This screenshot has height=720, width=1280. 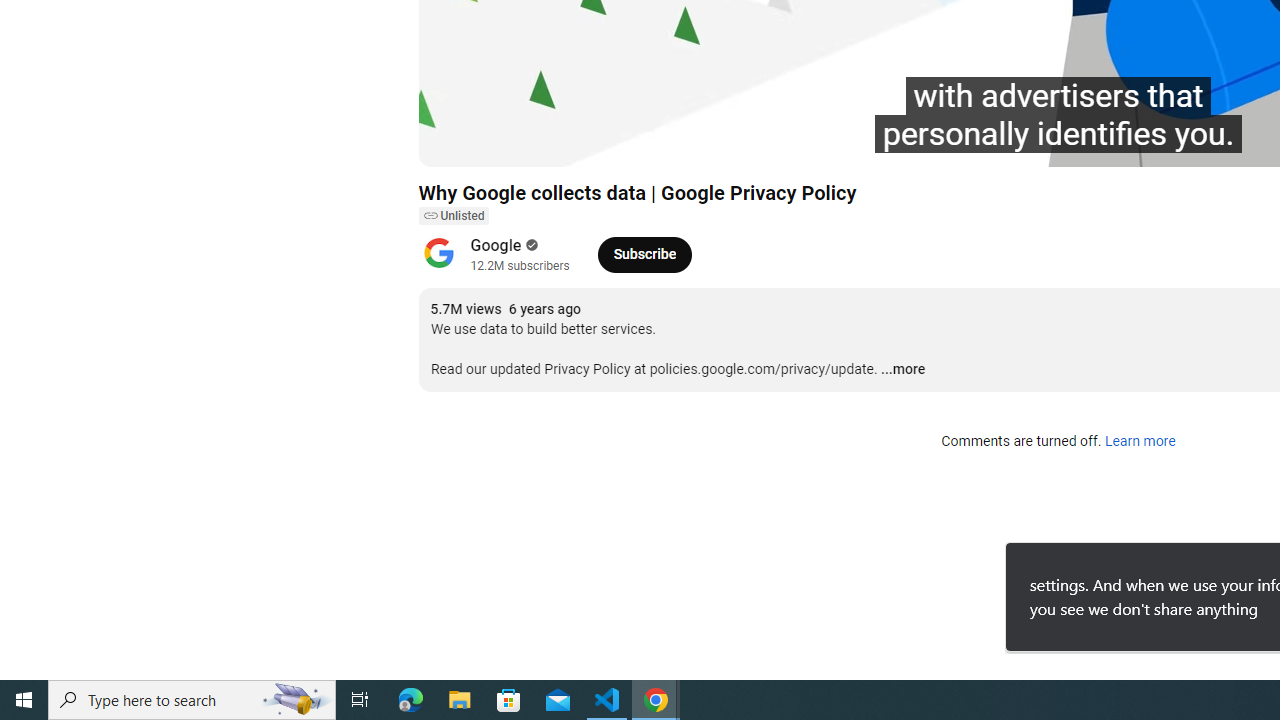 What do you see at coordinates (496, 244) in the screenshot?
I see `'Google'` at bounding box center [496, 244].